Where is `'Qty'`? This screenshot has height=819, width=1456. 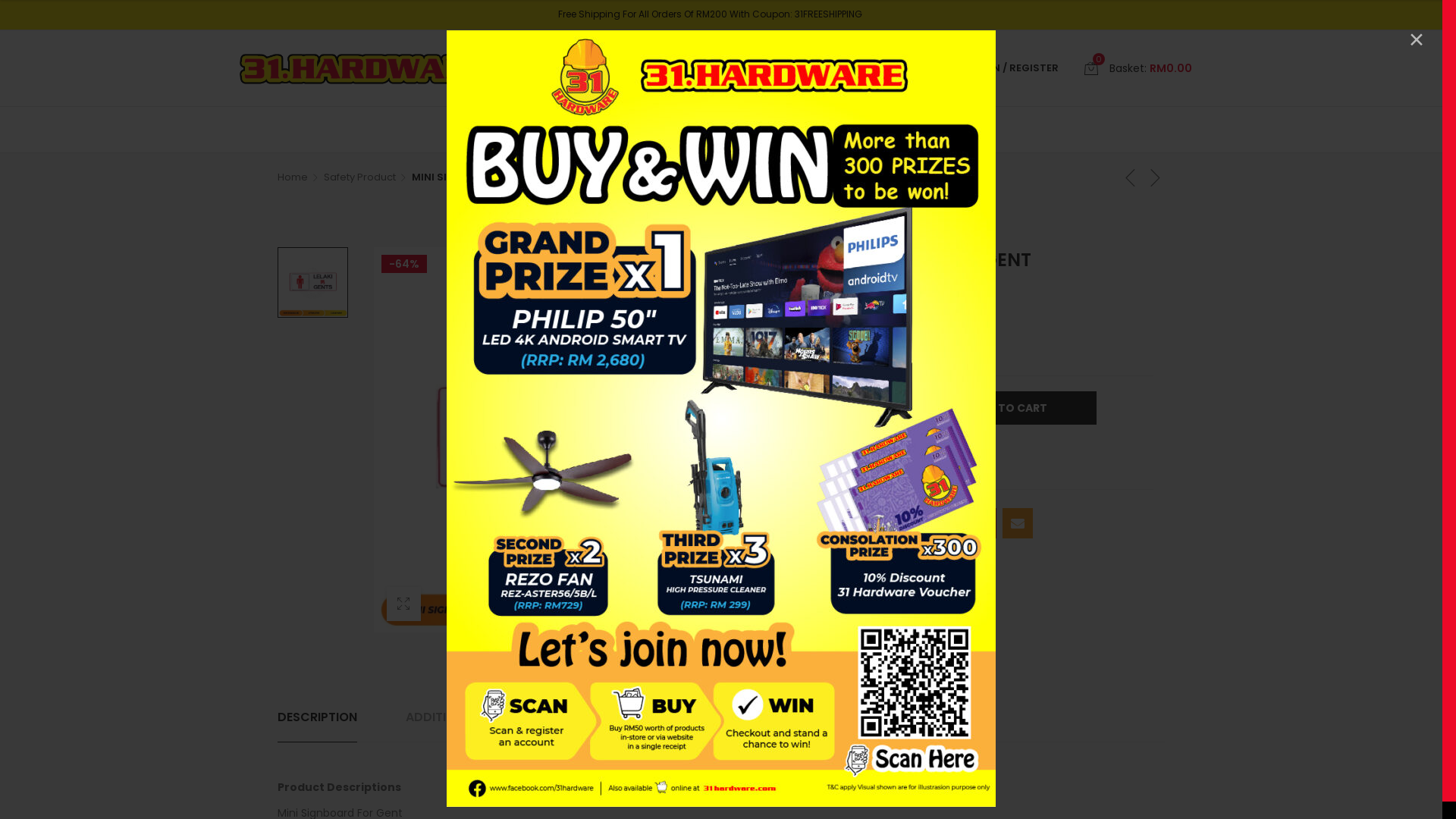
'Qty' is located at coordinates (856, 406).